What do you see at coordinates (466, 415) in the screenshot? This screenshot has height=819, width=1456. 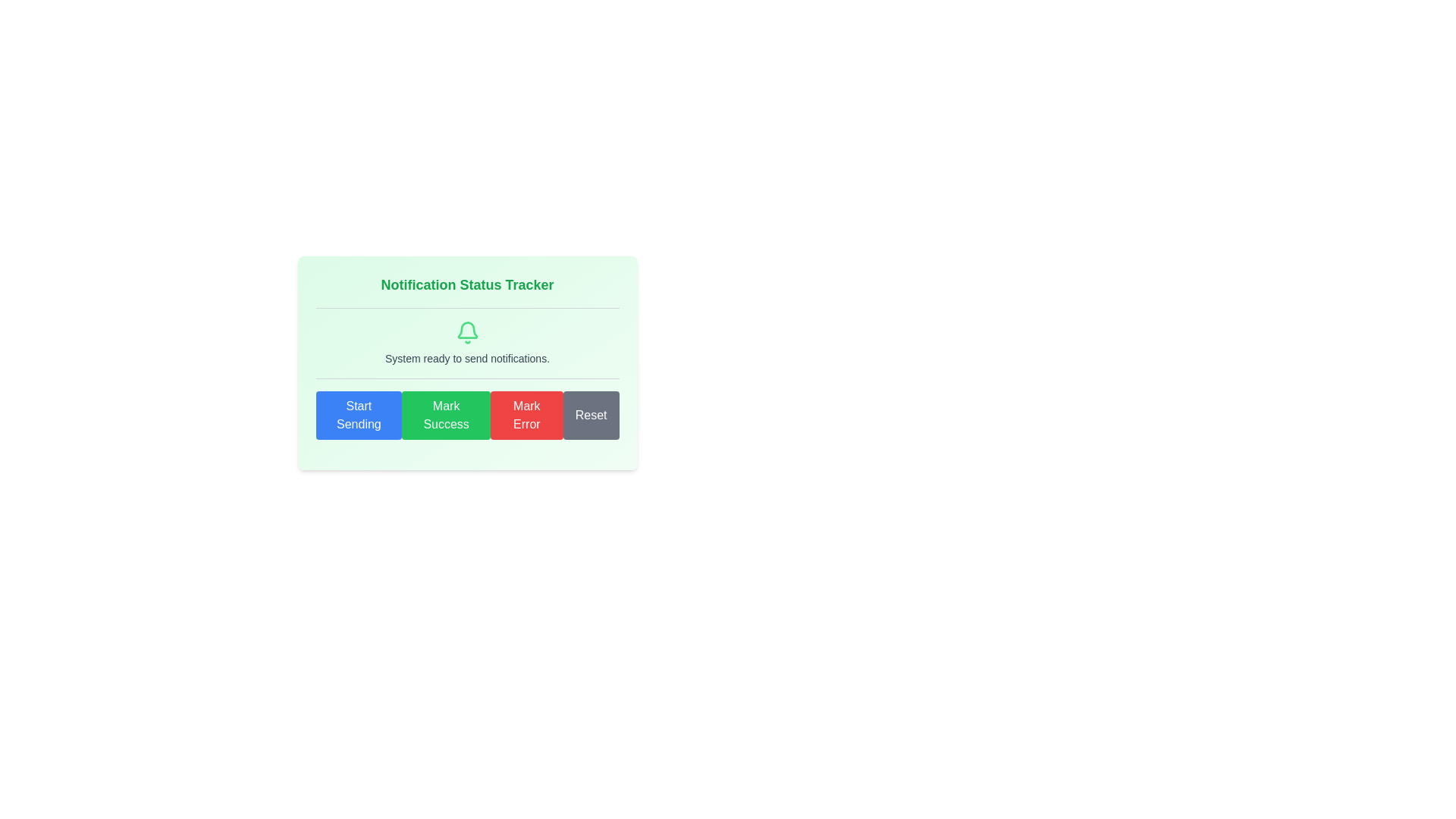 I see `the green button labeled 'Mark Success'` at bounding box center [466, 415].